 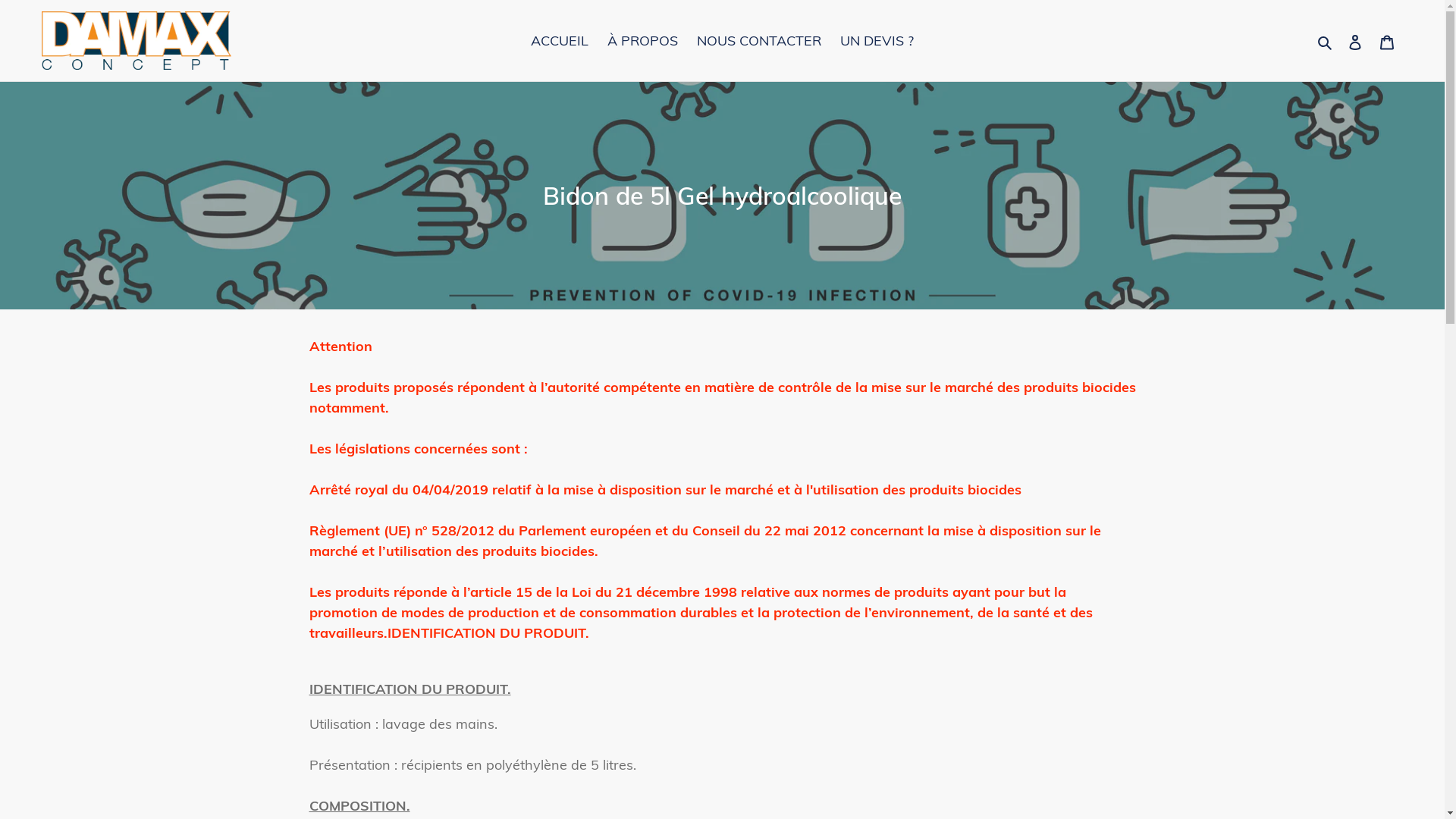 I want to click on 'ACCUEIL', so click(x=559, y=39).